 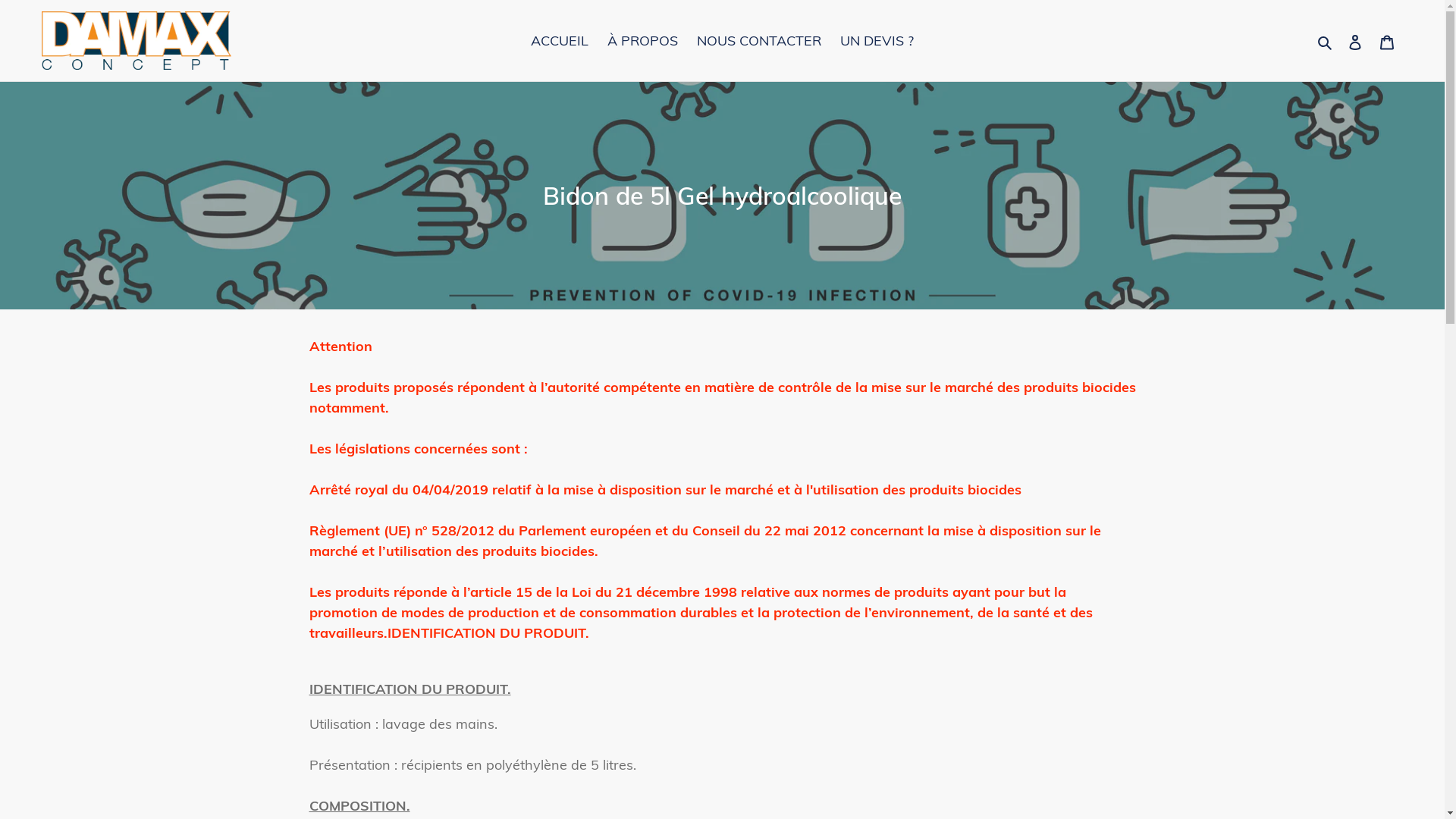 I want to click on 'ACCUEIL', so click(x=559, y=39).